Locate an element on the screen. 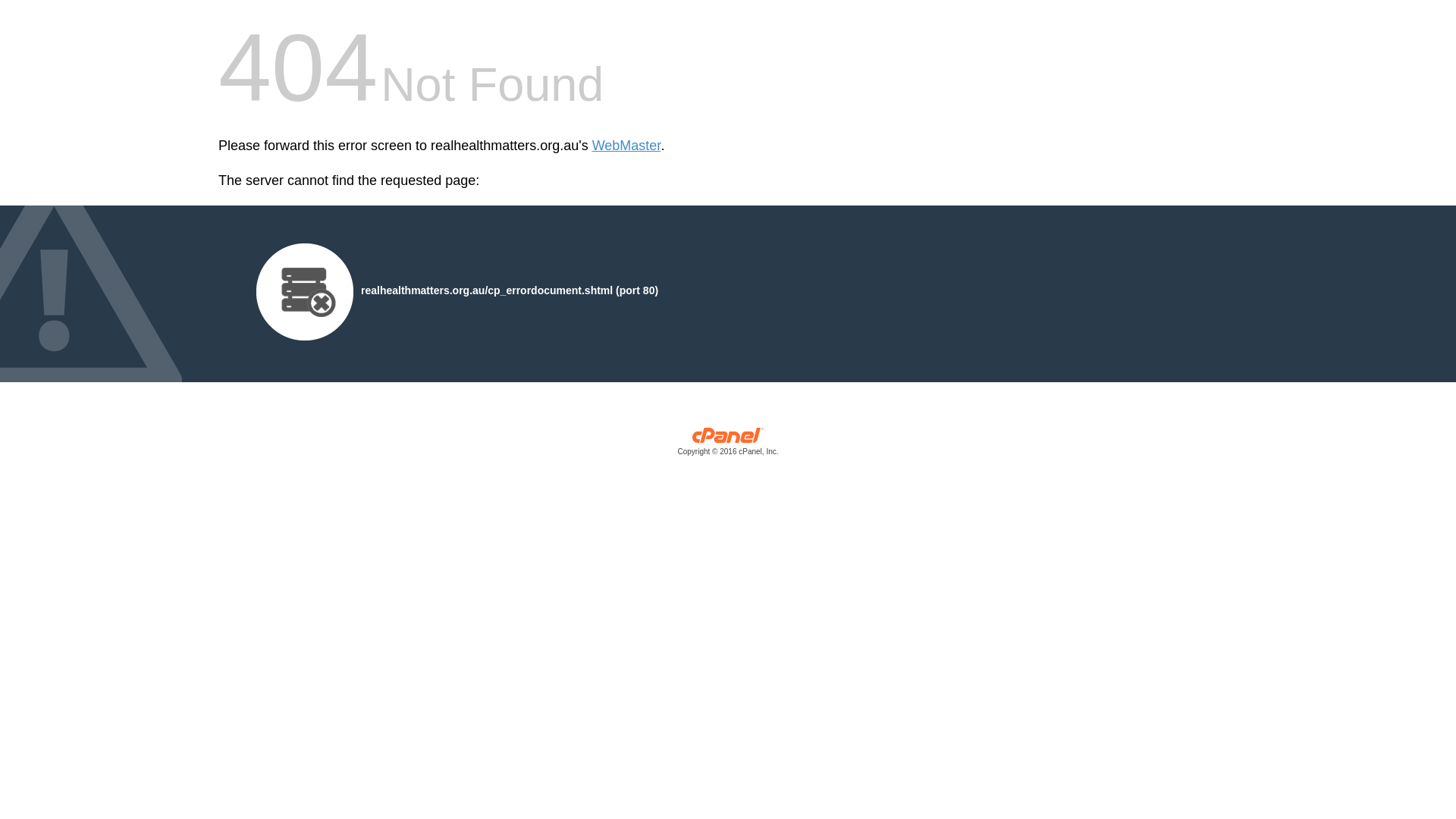  'WebMaster' is located at coordinates (626, 146).